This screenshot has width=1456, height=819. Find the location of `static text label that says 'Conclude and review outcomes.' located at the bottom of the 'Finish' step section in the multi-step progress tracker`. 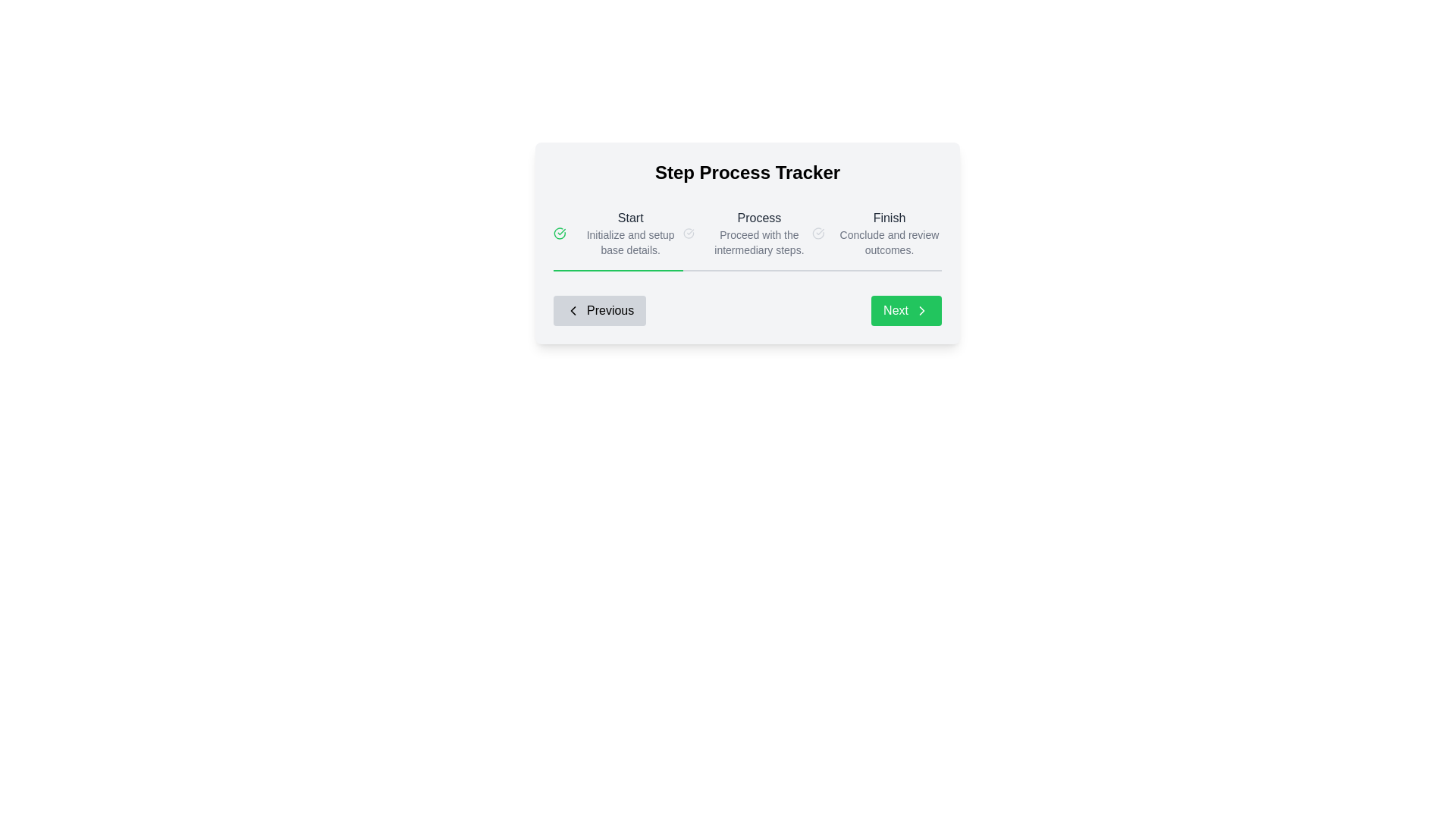

static text label that says 'Conclude and review outcomes.' located at the bottom of the 'Finish' step section in the multi-step progress tracker is located at coordinates (889, 242).